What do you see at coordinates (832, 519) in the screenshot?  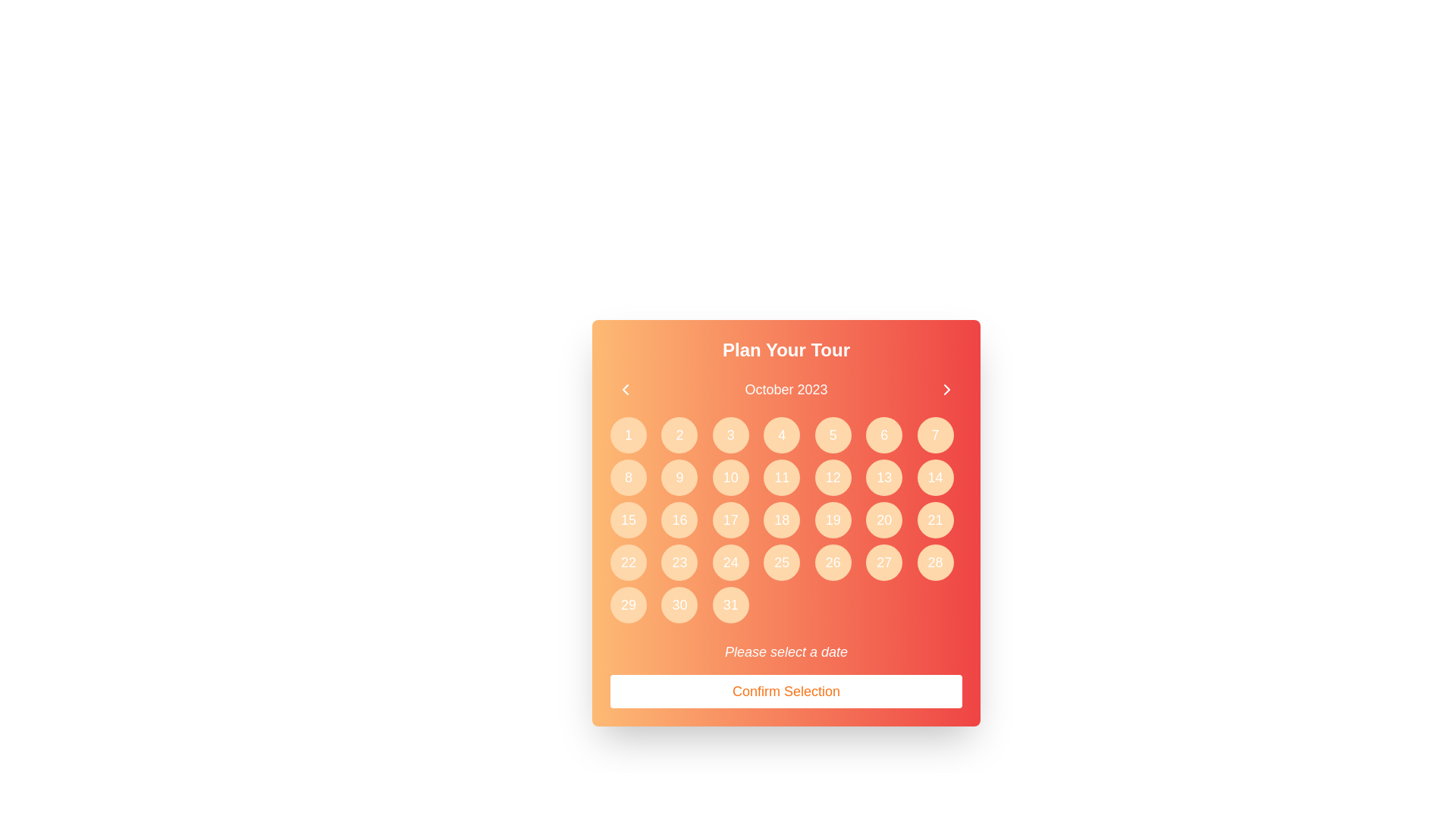 I see `the circular button with an orange background and the text '19' in white` at bounding box center [832, 519].